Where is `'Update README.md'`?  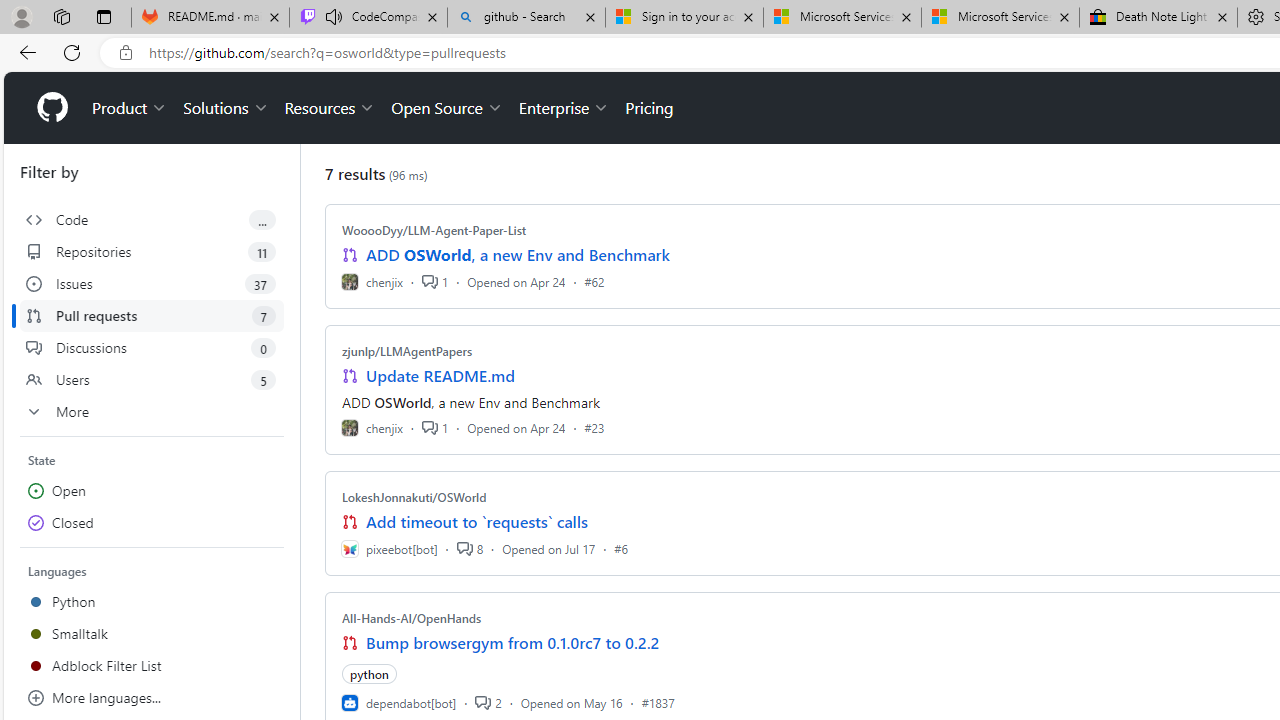 'Update README.md' is located at coordinates (439, 376).